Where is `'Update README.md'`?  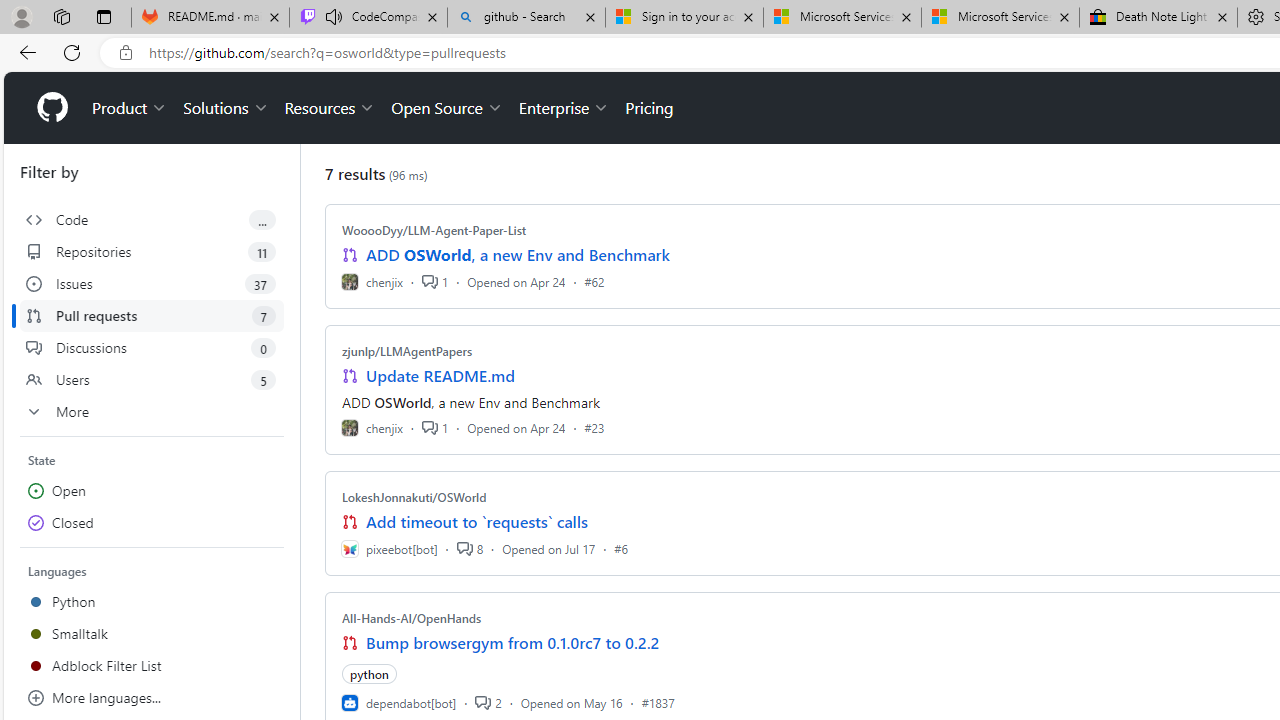 'Update README.md' is located at coordinates (439, 376).